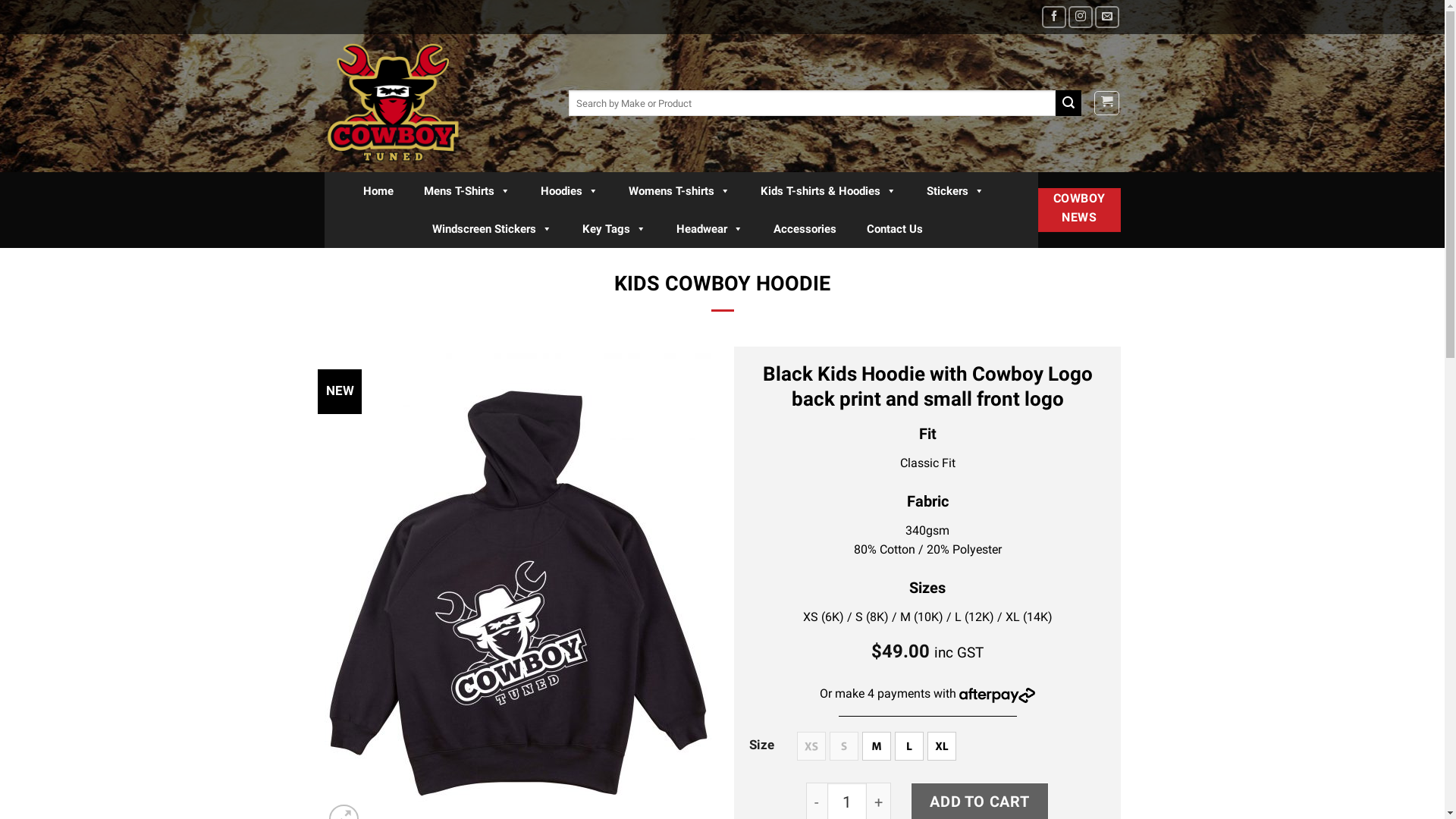  What do you see at coordinates (1053, 17) in the screenshot?
I see `'Follow on Facebook'` at bounding box center [1053, 17].